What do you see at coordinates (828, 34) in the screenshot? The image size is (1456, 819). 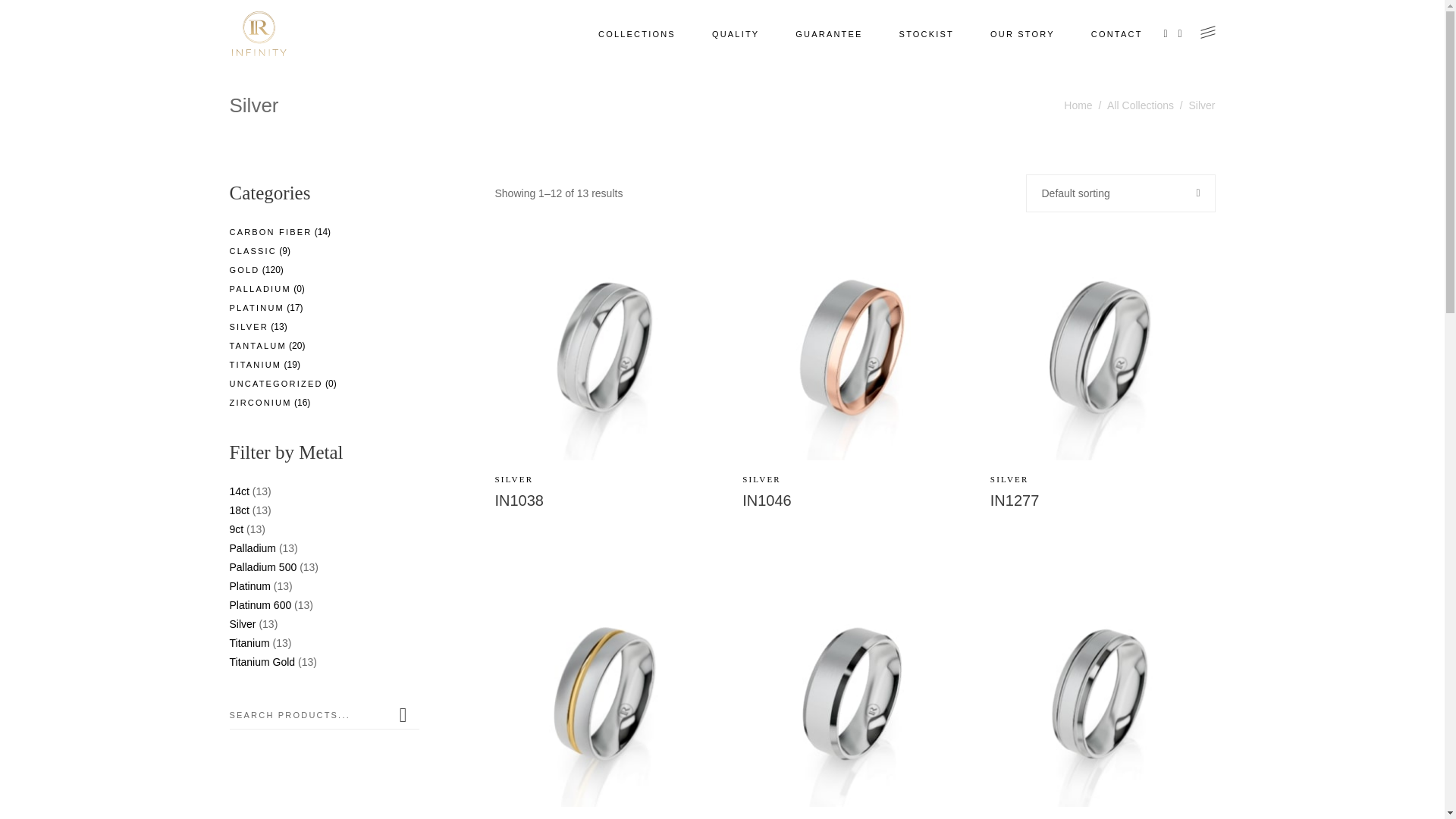 I see `'GUARANTEE'` at bounding box center [828, 34].